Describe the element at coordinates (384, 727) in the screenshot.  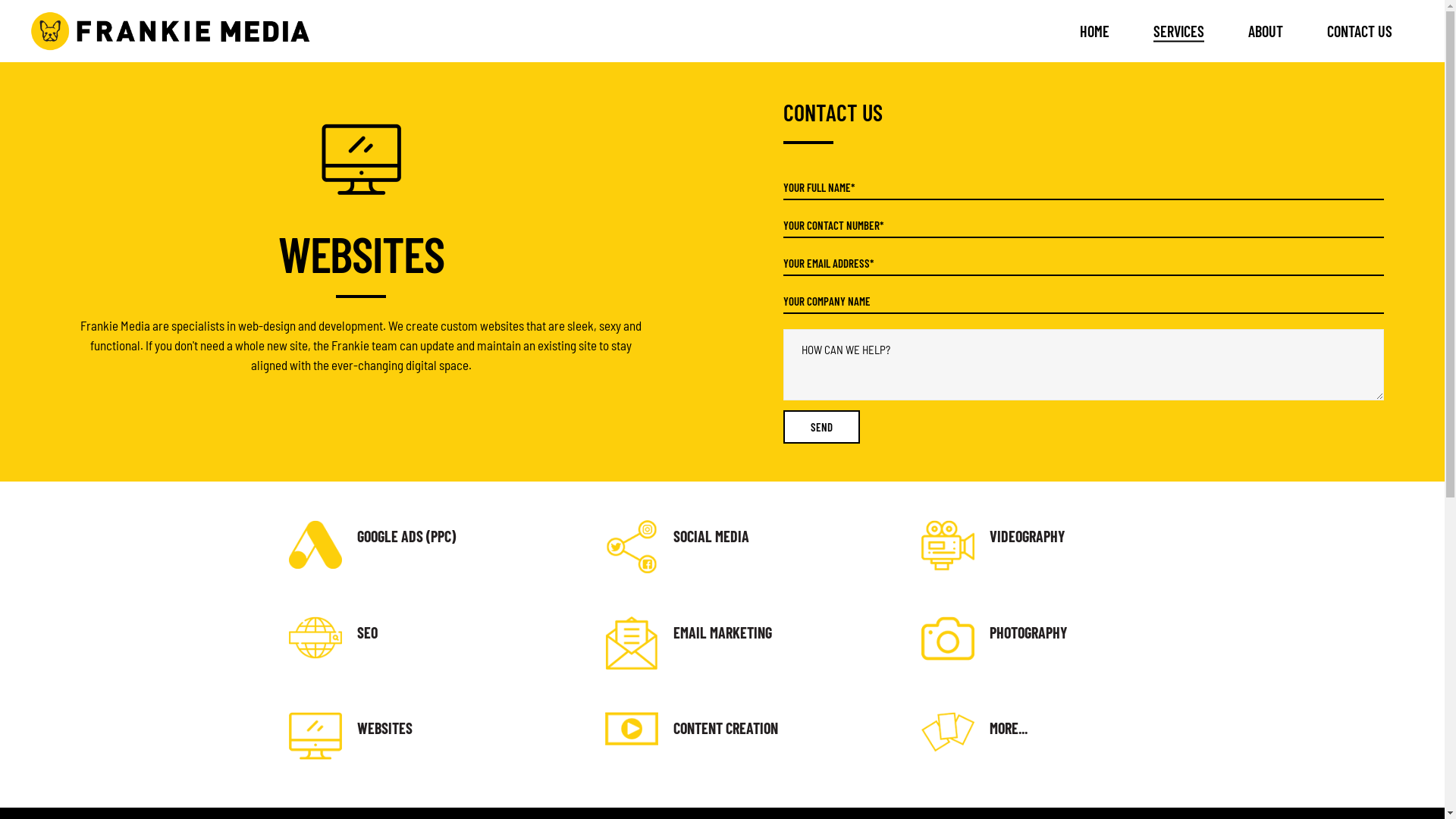
I see `'WEBSITES'` at that location.